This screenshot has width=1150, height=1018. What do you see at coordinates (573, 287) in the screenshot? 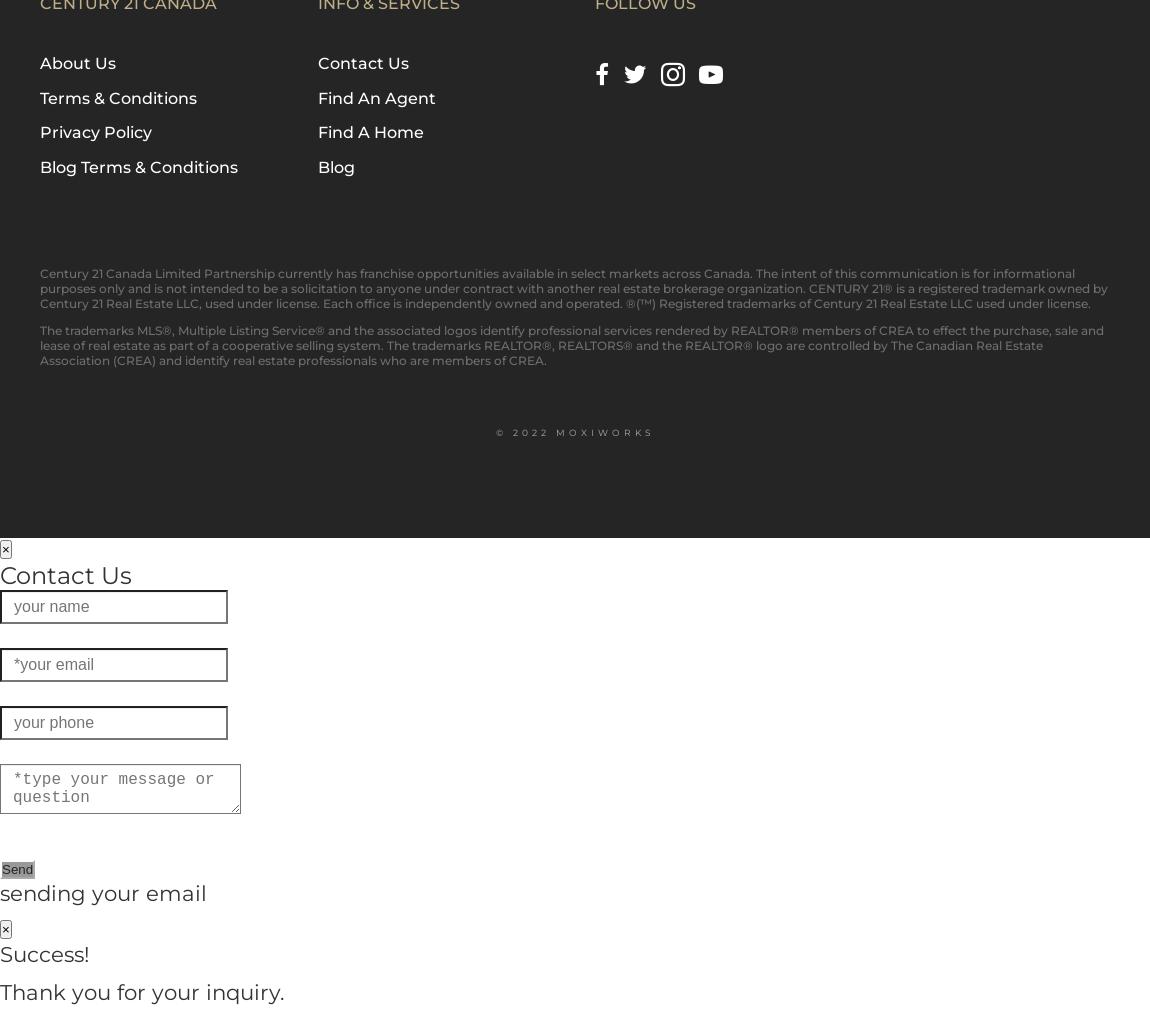
I see `'Century 21 Canada Limited Partnership currently has franchise opportunities available in select markets across Canada. The intent of this communication is for informational purposes only and is not intended to be a solicitation to anyone under contract with another real estate brokerage organization. CENTURY 21® is a registered trademark owned by Century 21 Real Estate LLC, used under license. Each office is independently owned and operated. ®(™) Registered trademarks of Century 21 Real Estate LLC used under license.'` at bounding box center [573, 287].